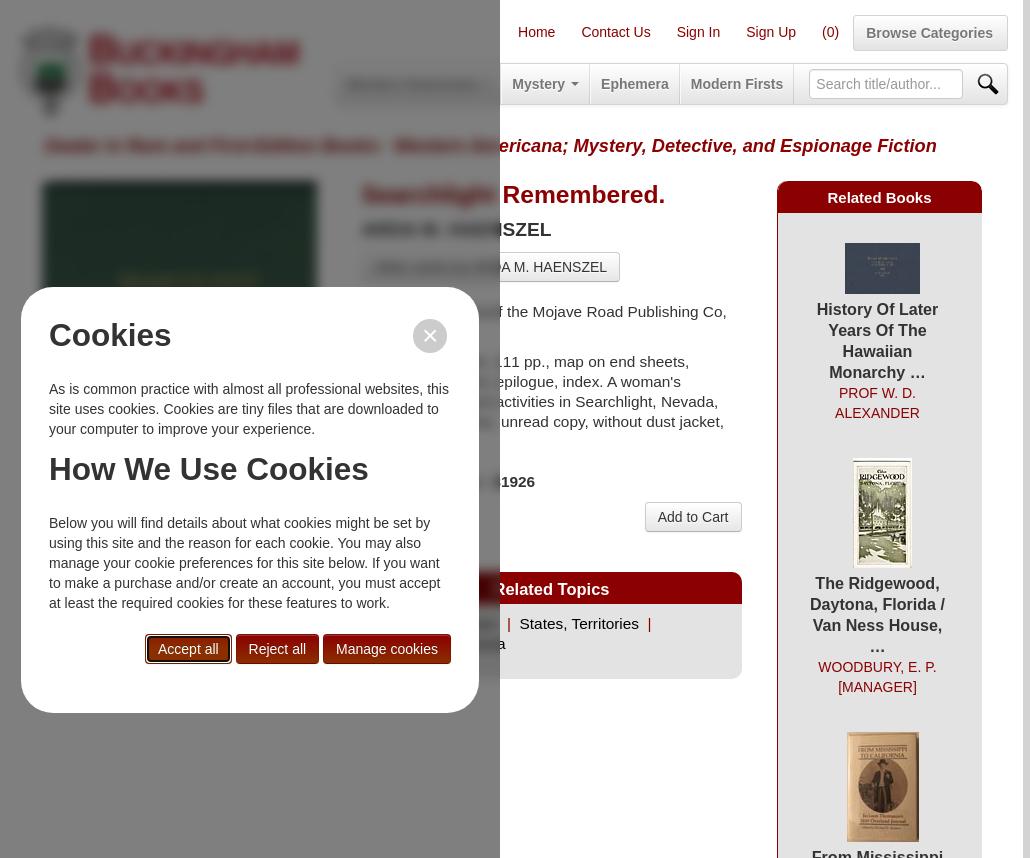 This screenshot has width=1030, height=858. What do you see at coordinates (929, 33) in the screenshot?
I see `'Browse Categories'` at bounding box center [929, 33].